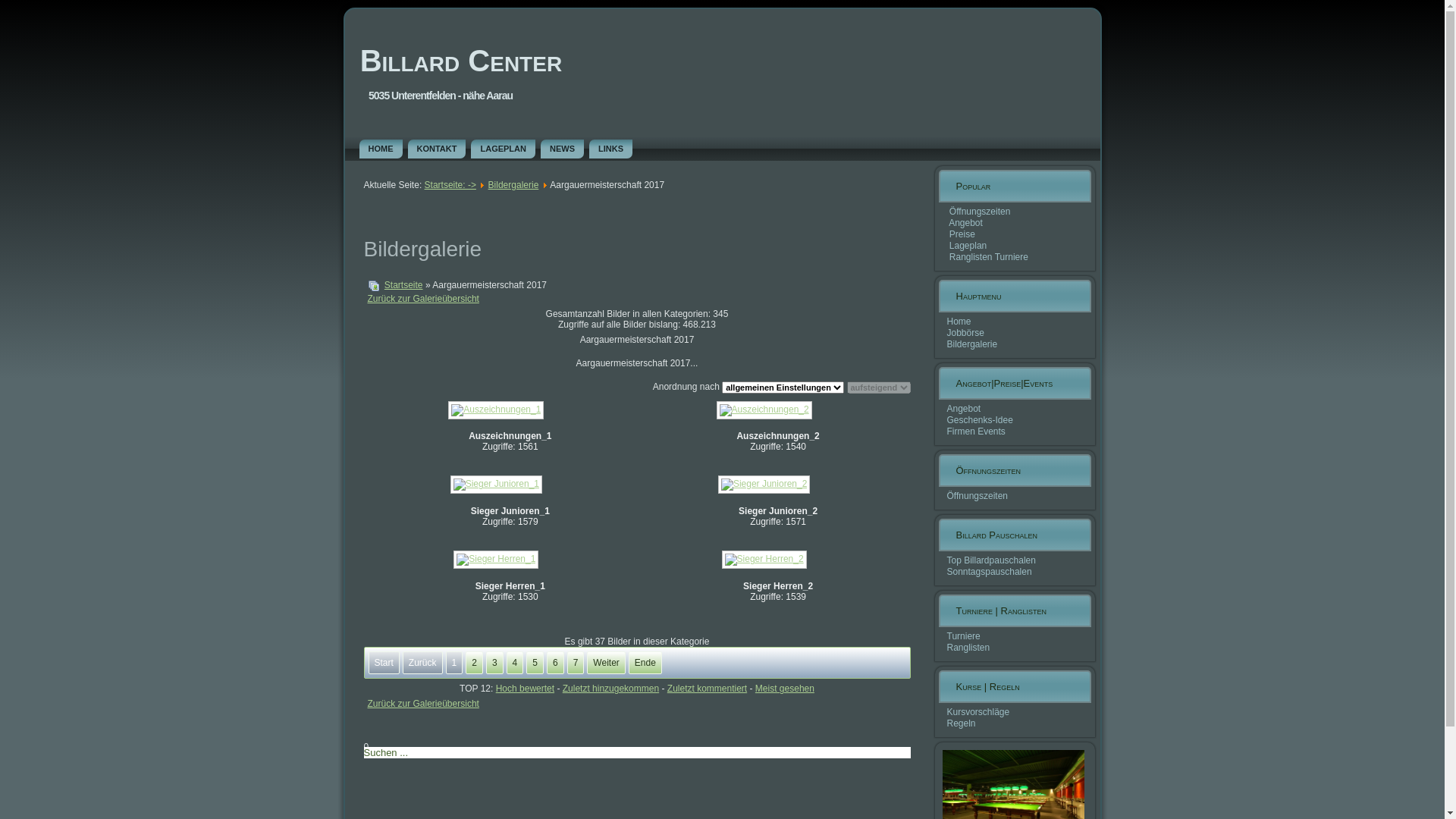 The width and height of the screenshot is (1456, 819). What do you see at coordinates (515, 662) in the screenshot?
I see `'4'` at bounding box center [515, 662].